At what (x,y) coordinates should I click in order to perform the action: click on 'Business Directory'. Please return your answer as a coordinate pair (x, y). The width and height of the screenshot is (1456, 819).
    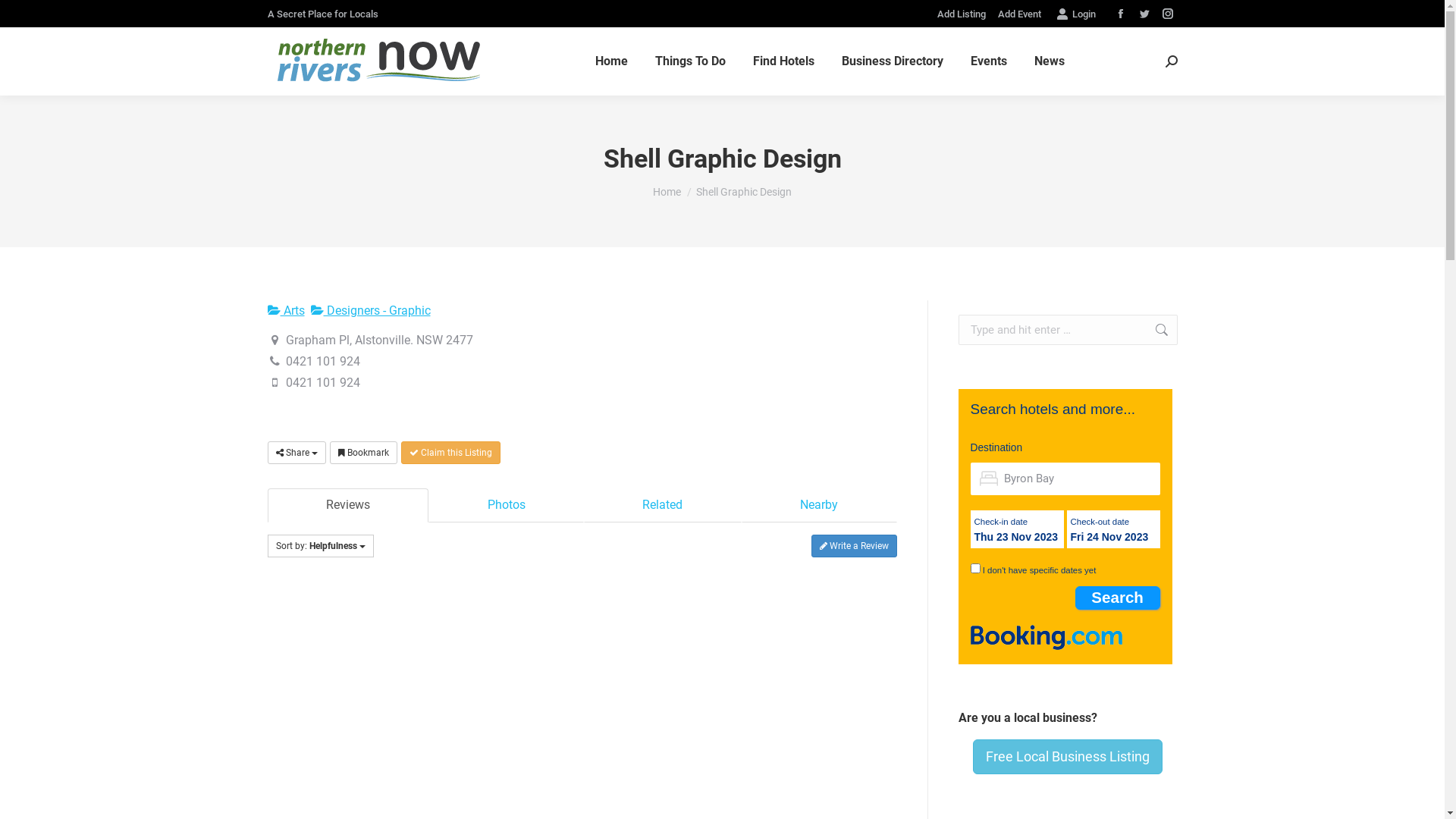
    Looking at the image, I should click on (892, 61).